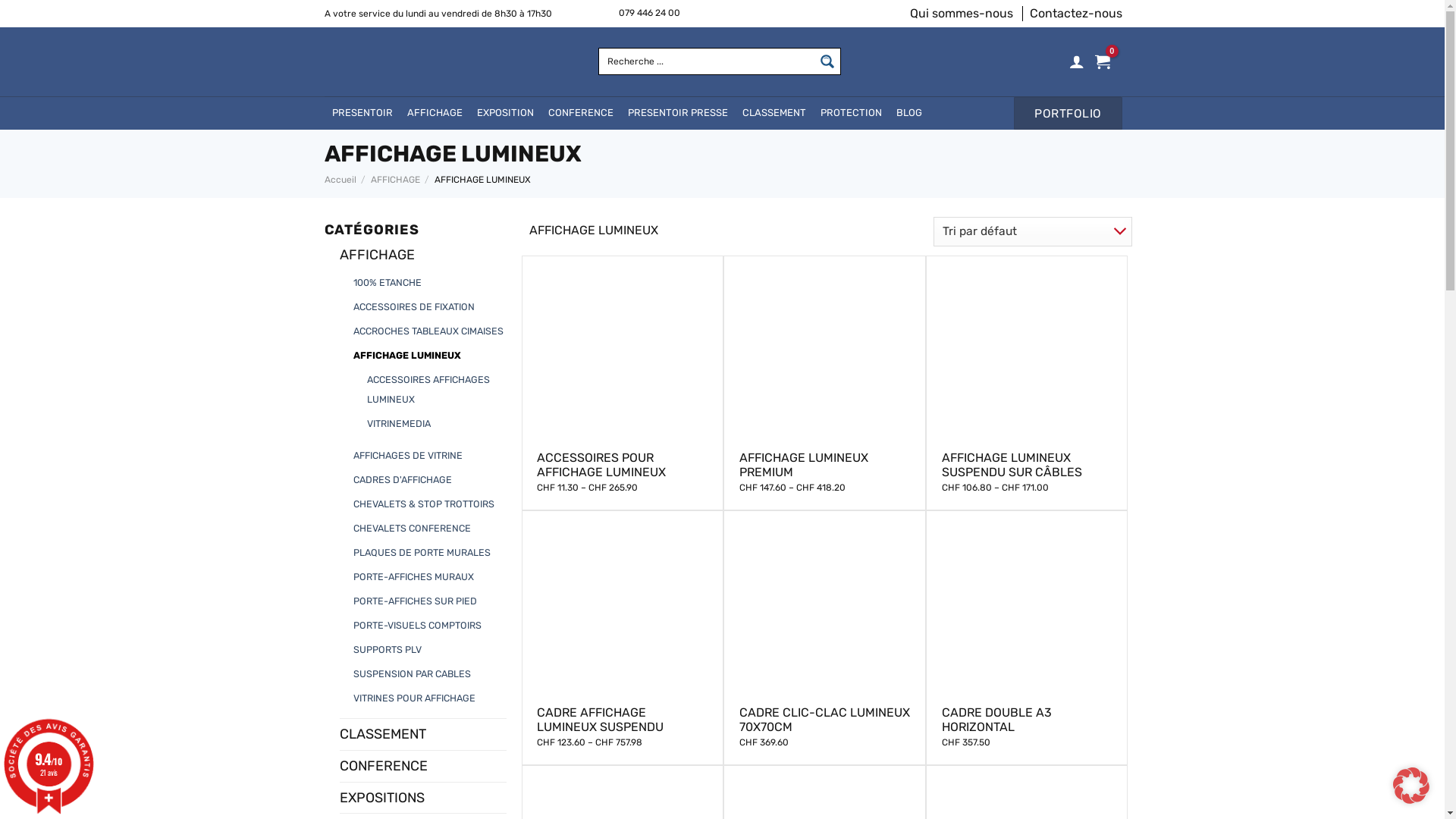  Describe the element at coordinates (888, 112) in the screenshot. I see `'BLOG'` at that location.